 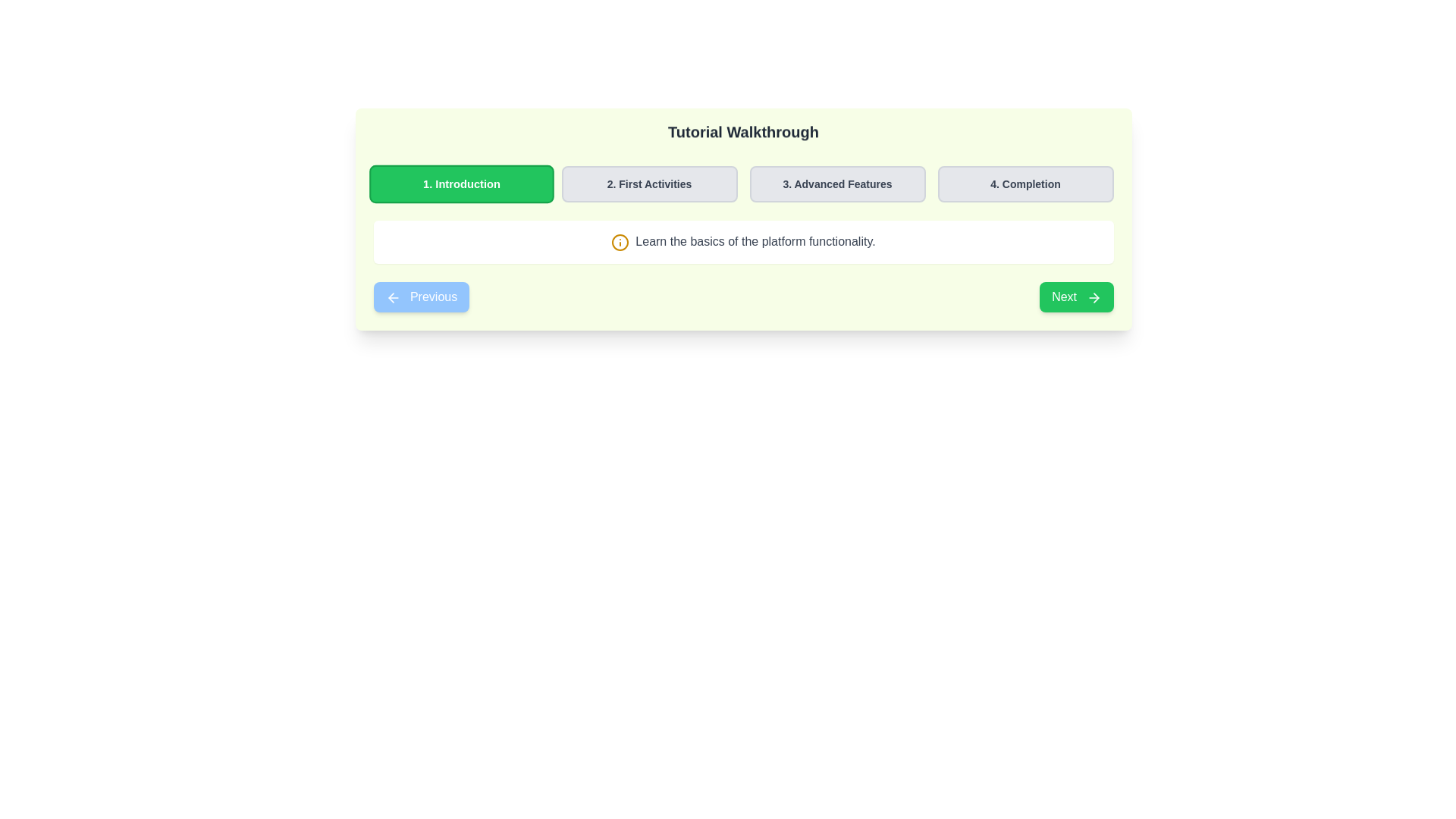 I want to click on the Heading text at the top center of the page, which serves as the title indicating the content's purpose, so click(x=743, y=134).